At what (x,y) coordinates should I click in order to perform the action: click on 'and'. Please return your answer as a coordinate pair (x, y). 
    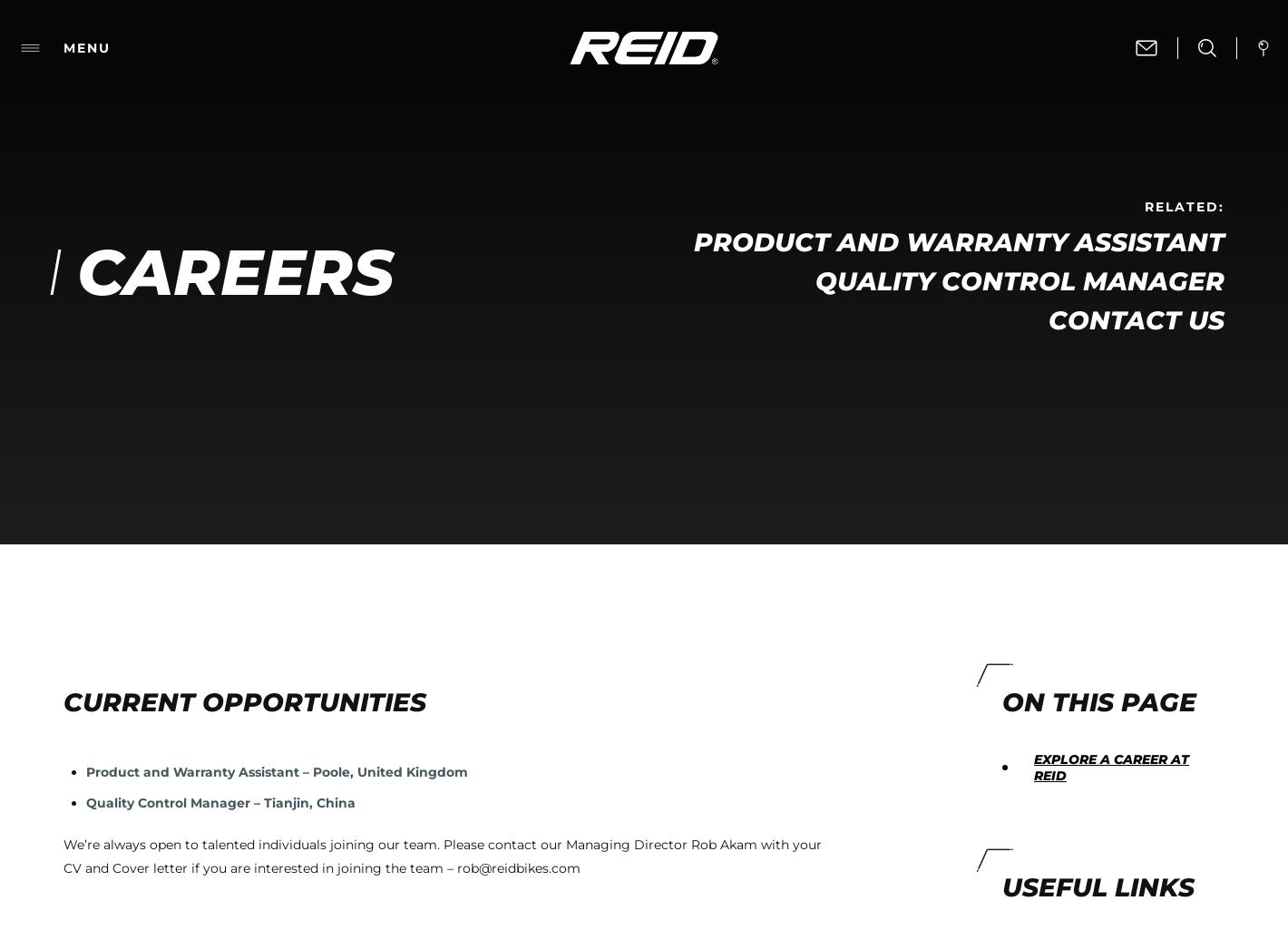
    Looking at the image, I should click on (77, 158).